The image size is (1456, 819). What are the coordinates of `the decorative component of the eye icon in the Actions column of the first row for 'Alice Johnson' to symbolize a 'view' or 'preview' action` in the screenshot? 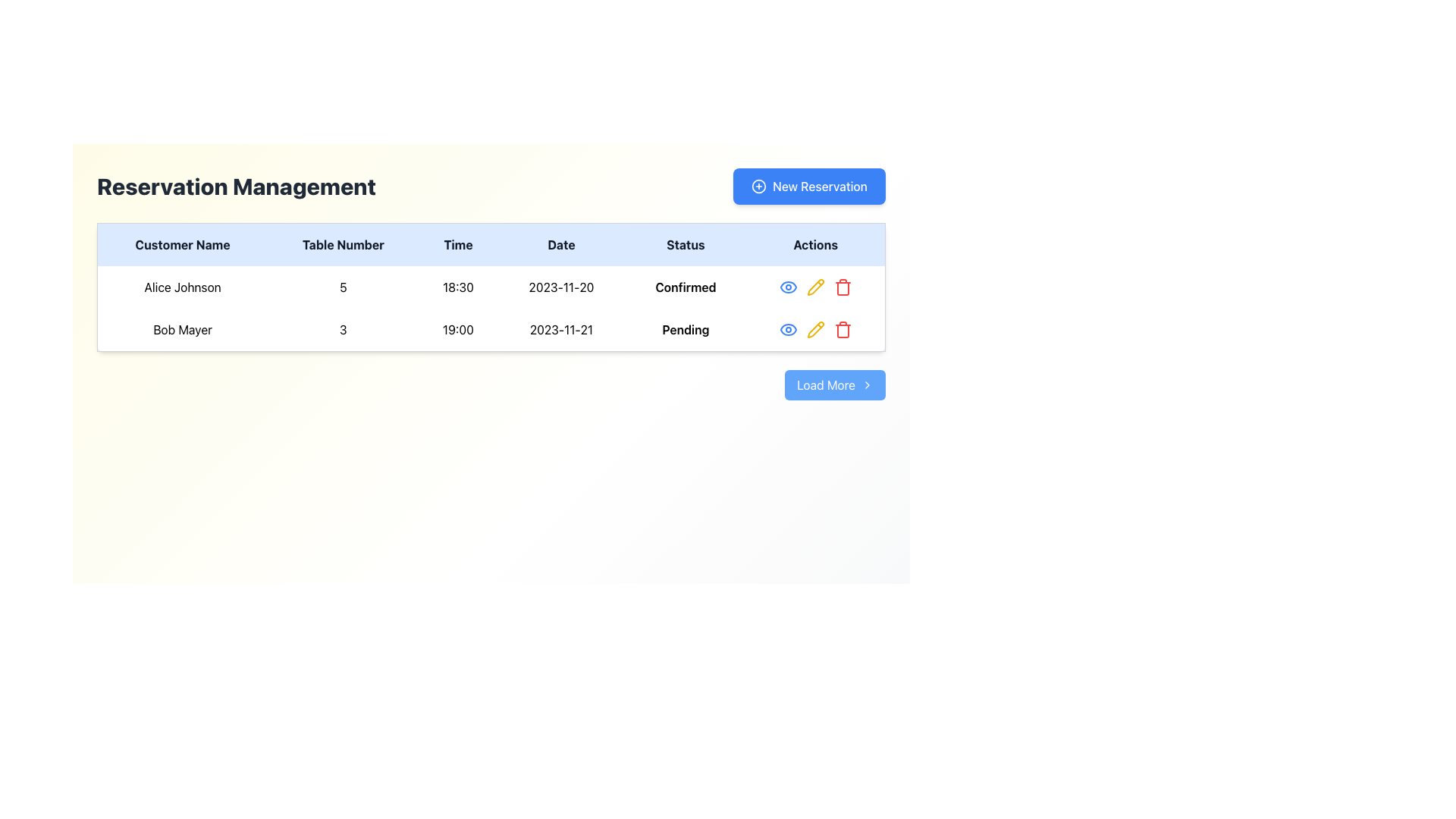 It's located at (788, 329).